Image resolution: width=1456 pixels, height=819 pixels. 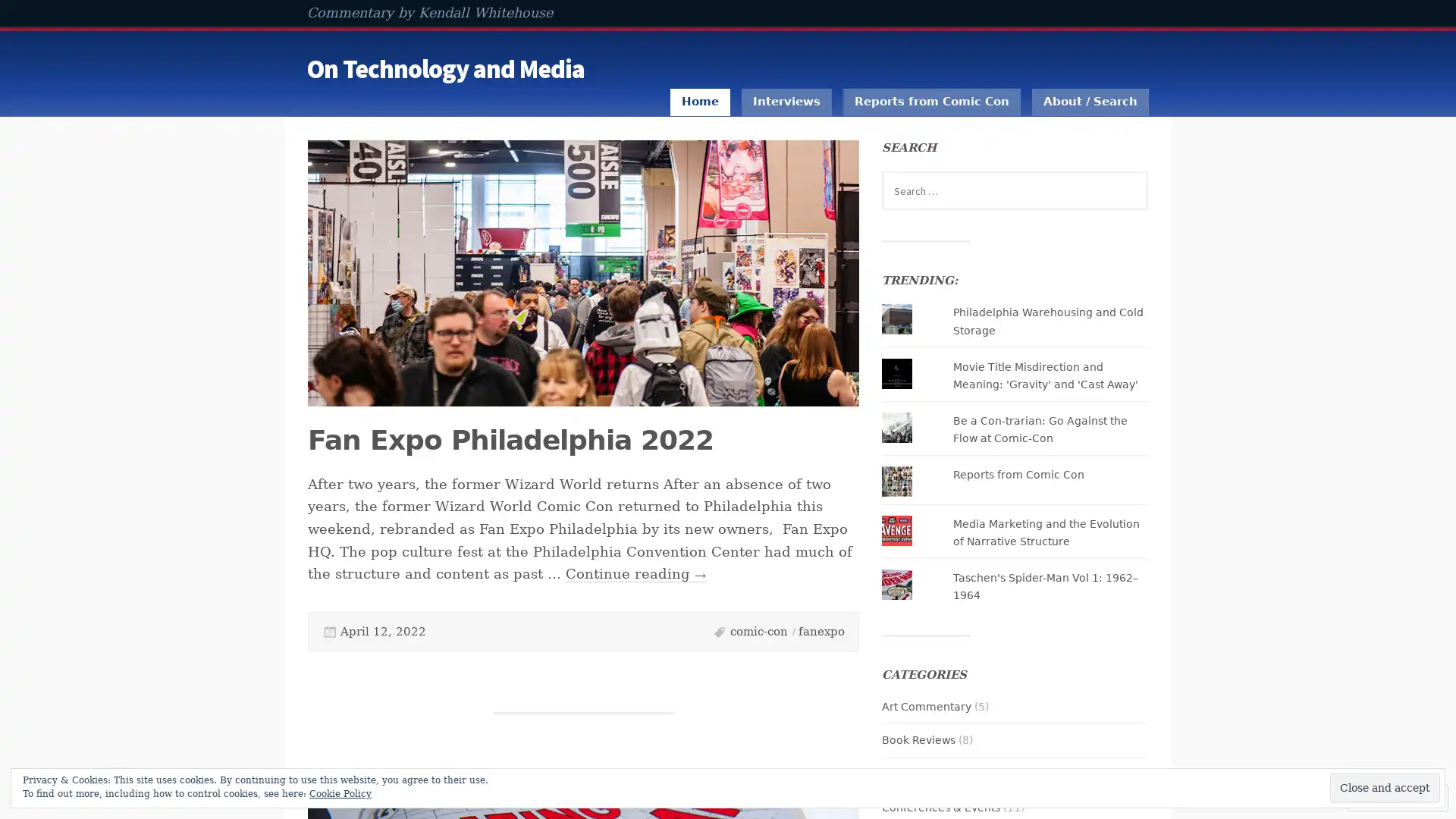 I want to click on Close and accept, so click(x=1385, y=787).